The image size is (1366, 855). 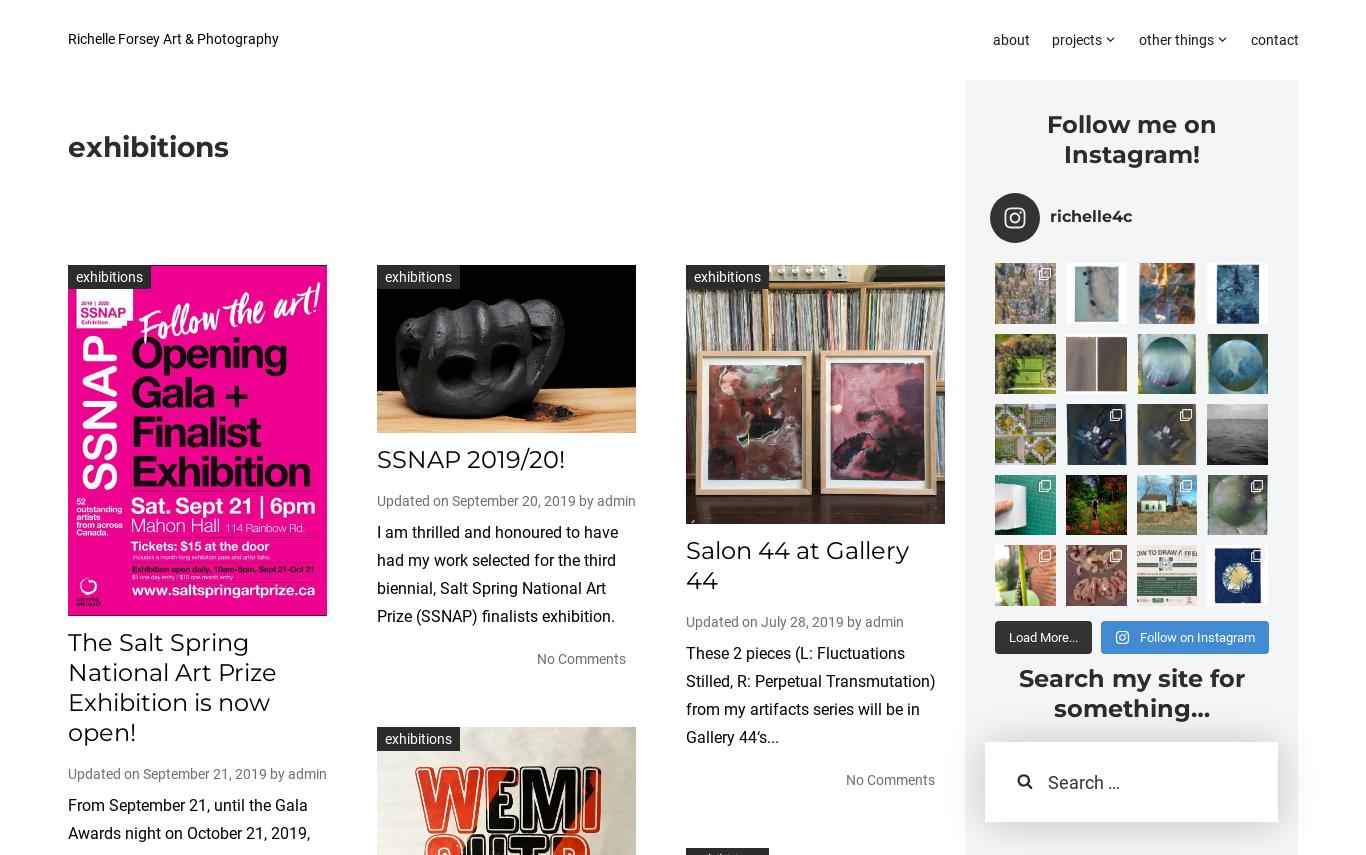 What do you see at coordinates (204, 773) in the screenshot?
I see `'September 21, 2019'` at bounding box center [204, 773].